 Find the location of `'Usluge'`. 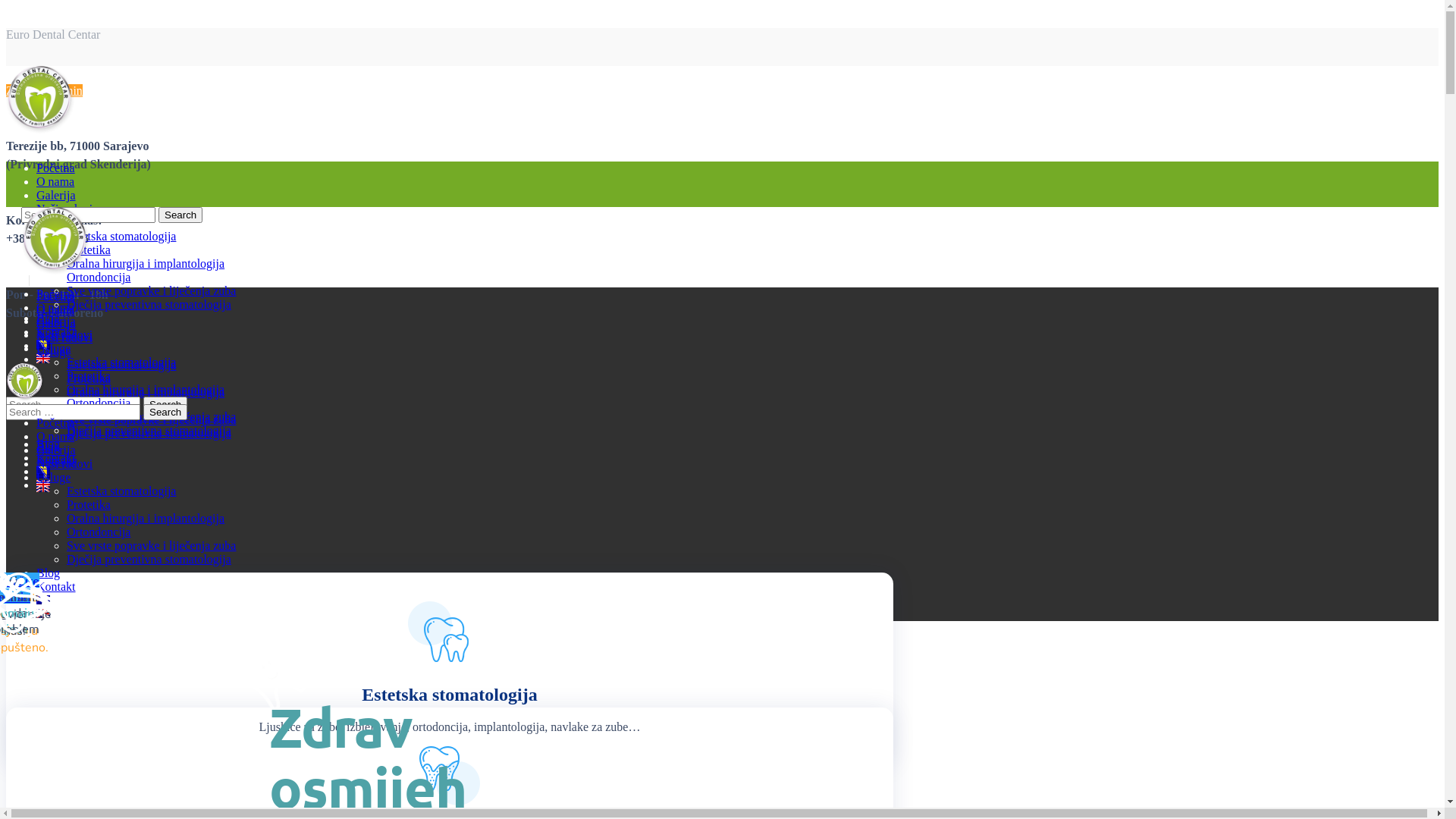

'Usluge' is located at coordinates (53, 351).